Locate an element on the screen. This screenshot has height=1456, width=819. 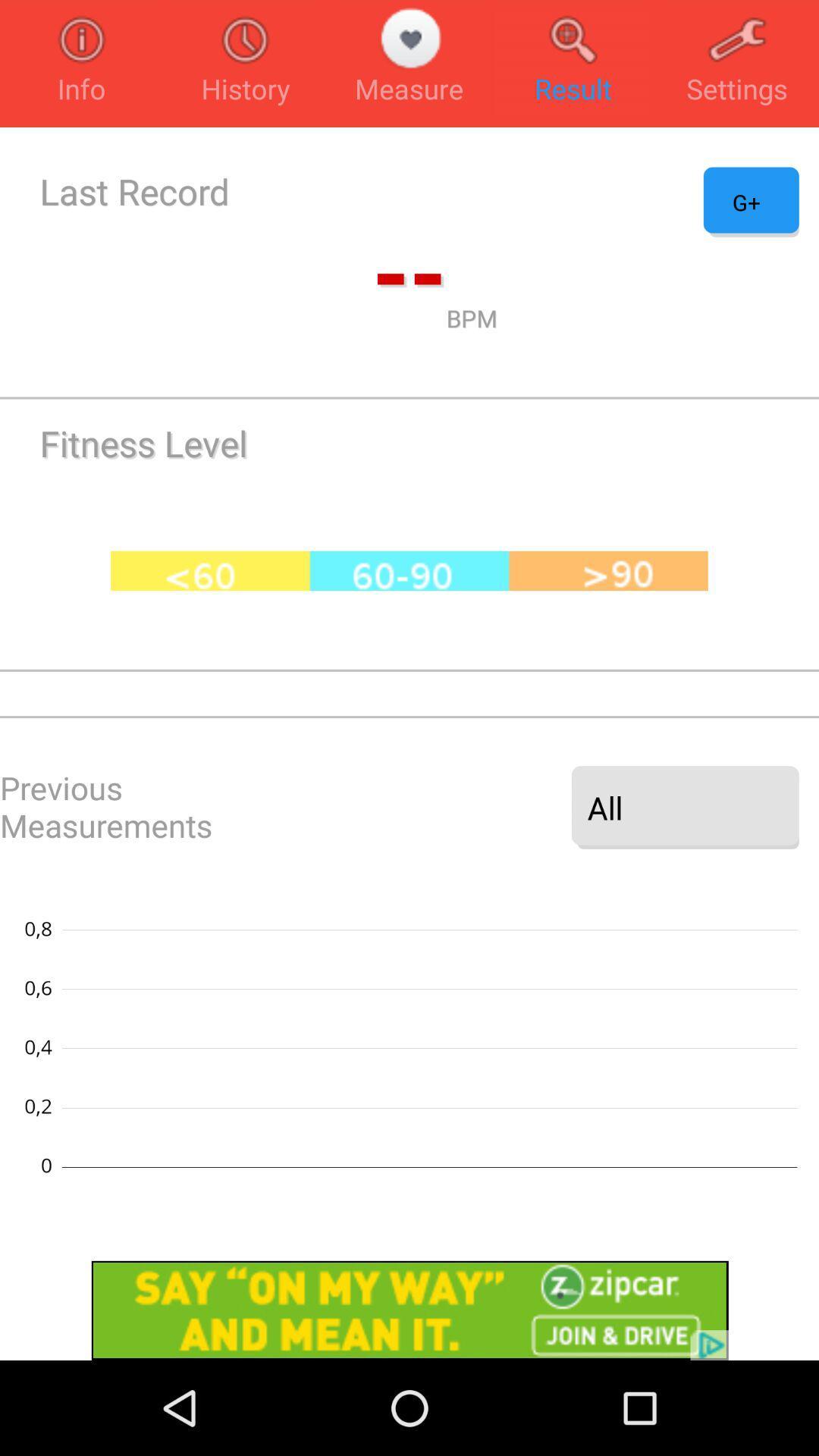
zip car is located at coordinates (409, 1310).